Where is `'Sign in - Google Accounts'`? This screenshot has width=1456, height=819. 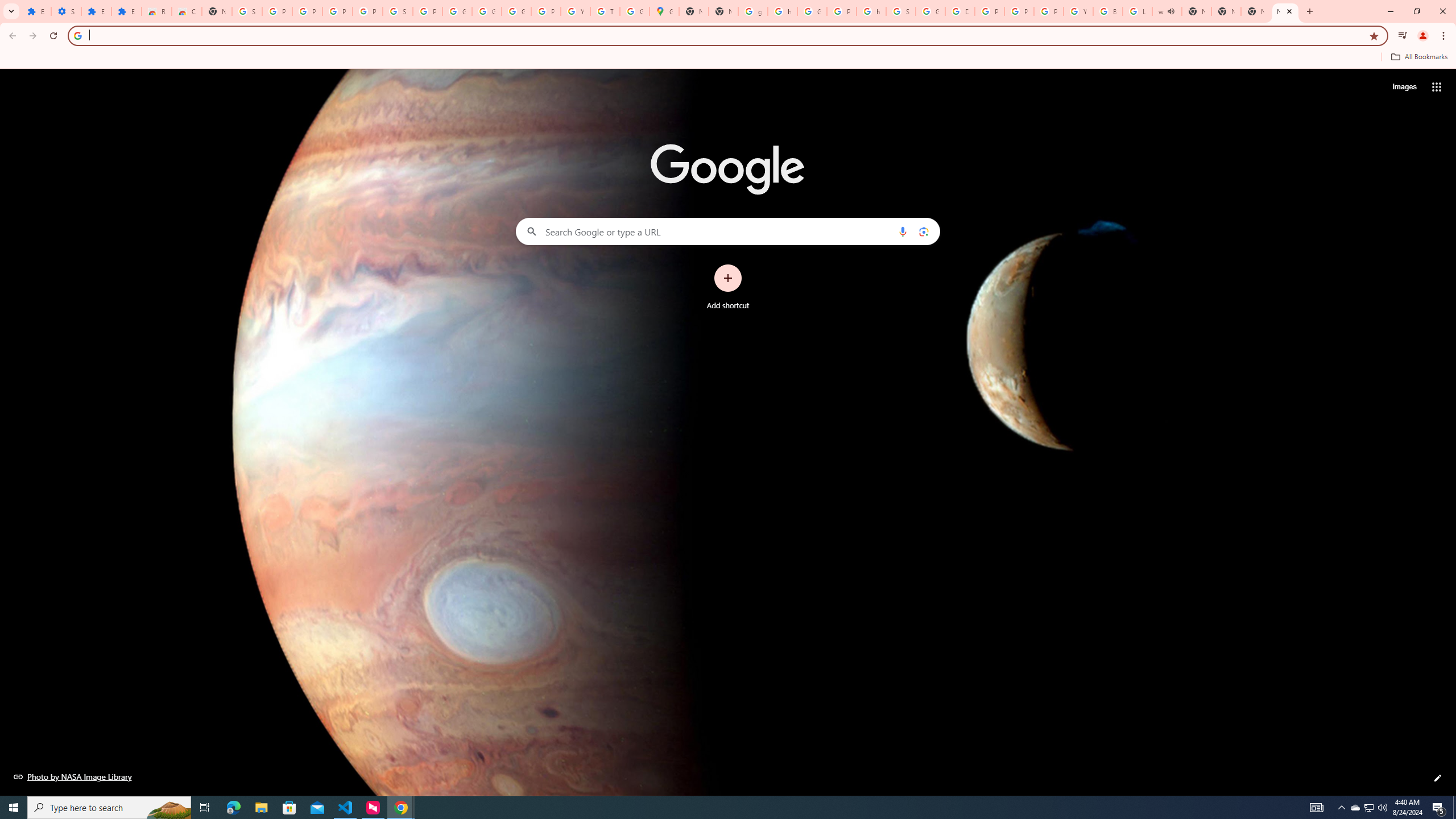
'Sign in - Google Accounts' is located at coordinates (247, 11).